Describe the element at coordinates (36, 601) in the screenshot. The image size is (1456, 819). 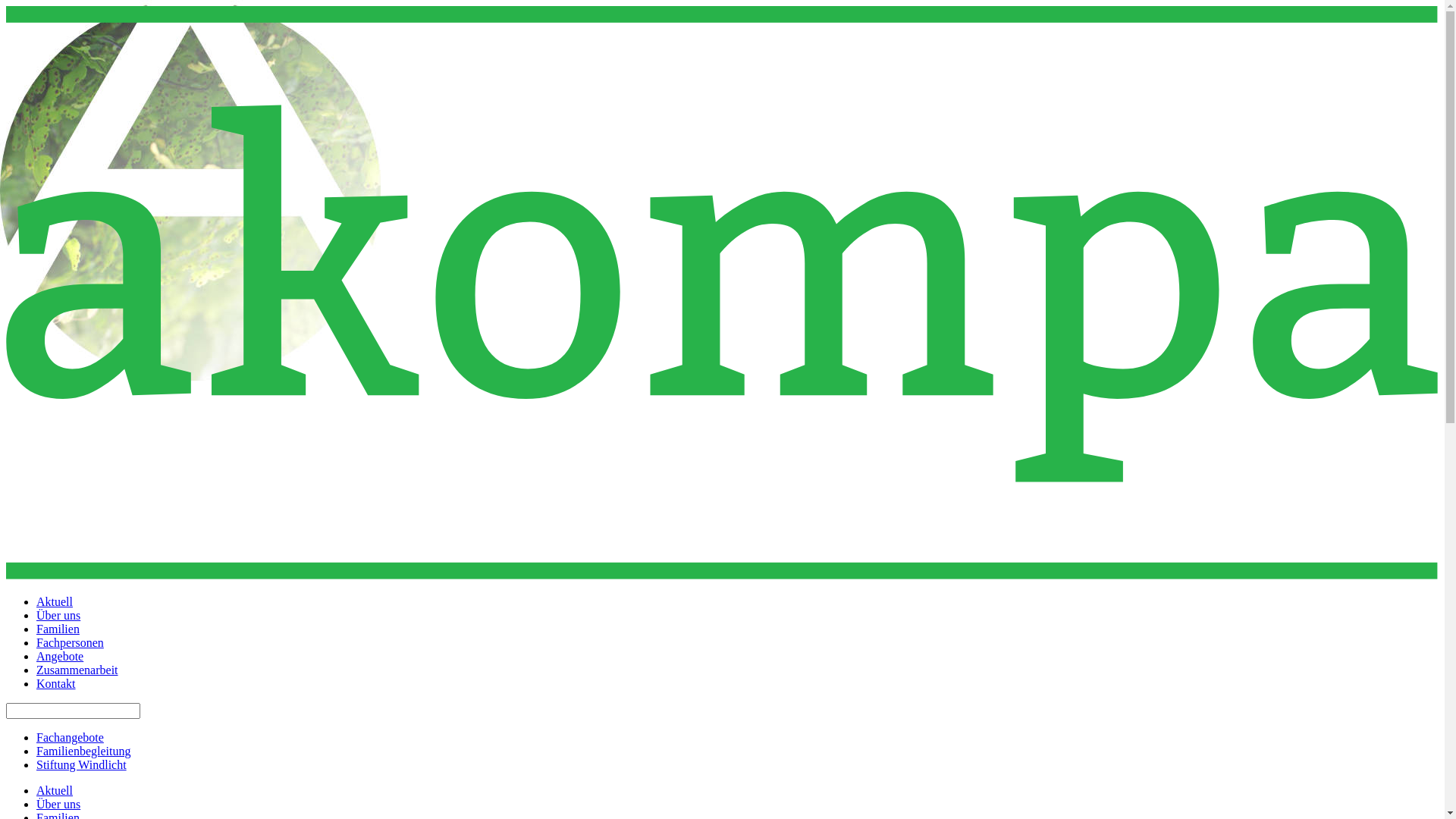
I see `'Aktuell'` at that location.